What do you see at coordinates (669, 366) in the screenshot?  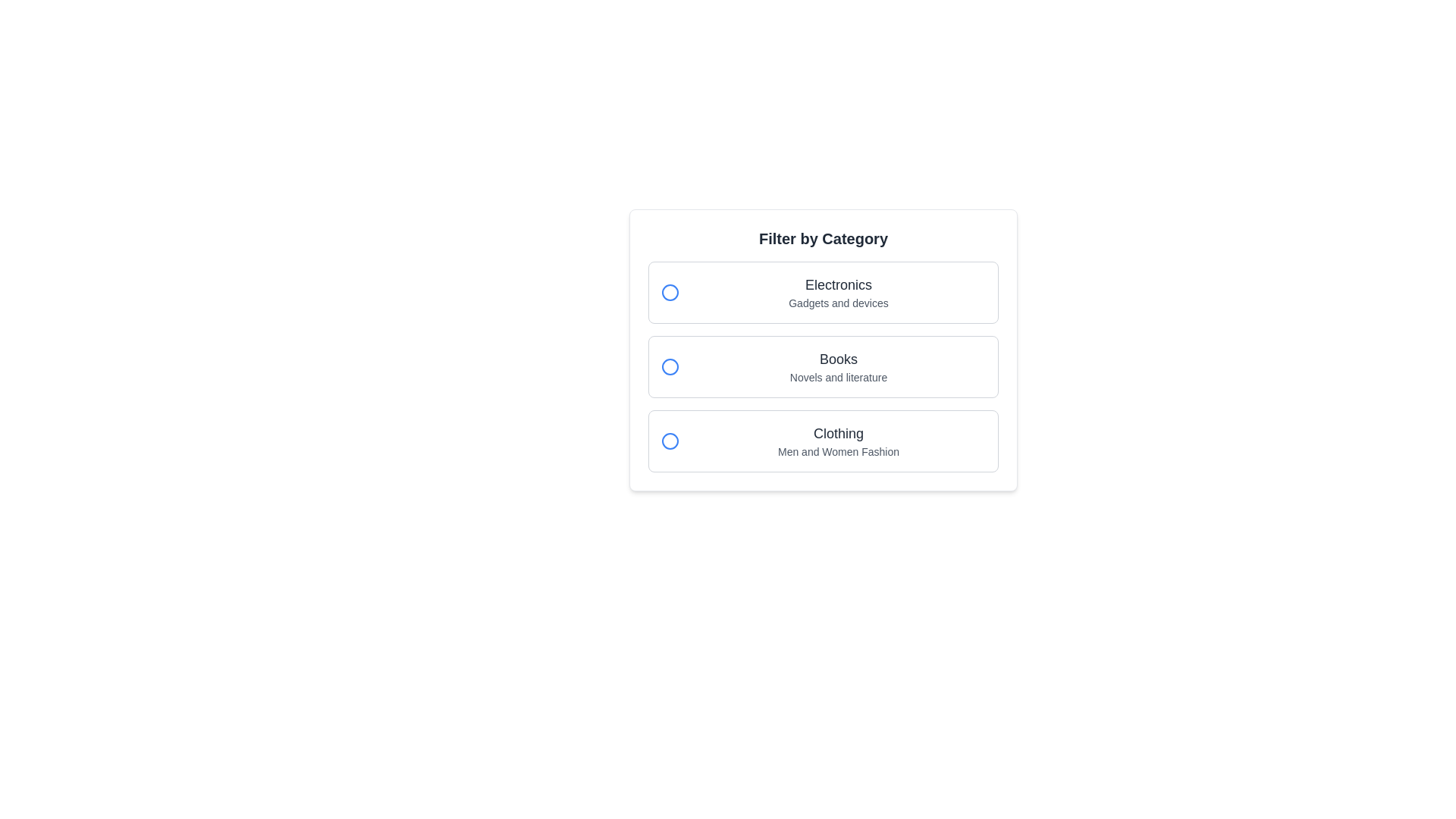 I see `the radio button for the 'Books' category in the filter UI, which is the second item in a vertical stack of similar radio buttons` at bounding box center [669, 366].